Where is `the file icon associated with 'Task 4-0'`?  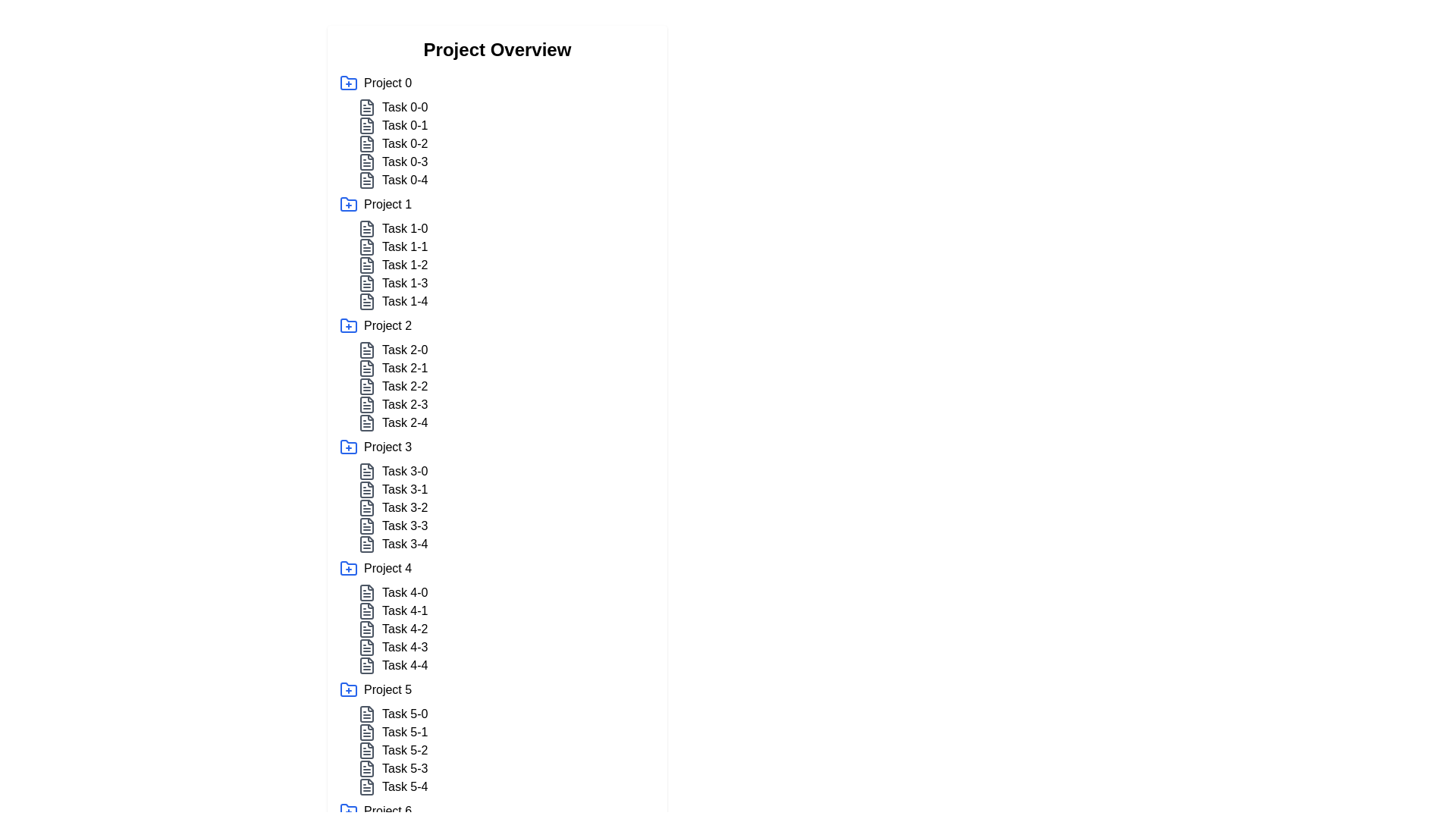 the file icon associated with 'Task 4-0' is located at coordinates (367, 592).